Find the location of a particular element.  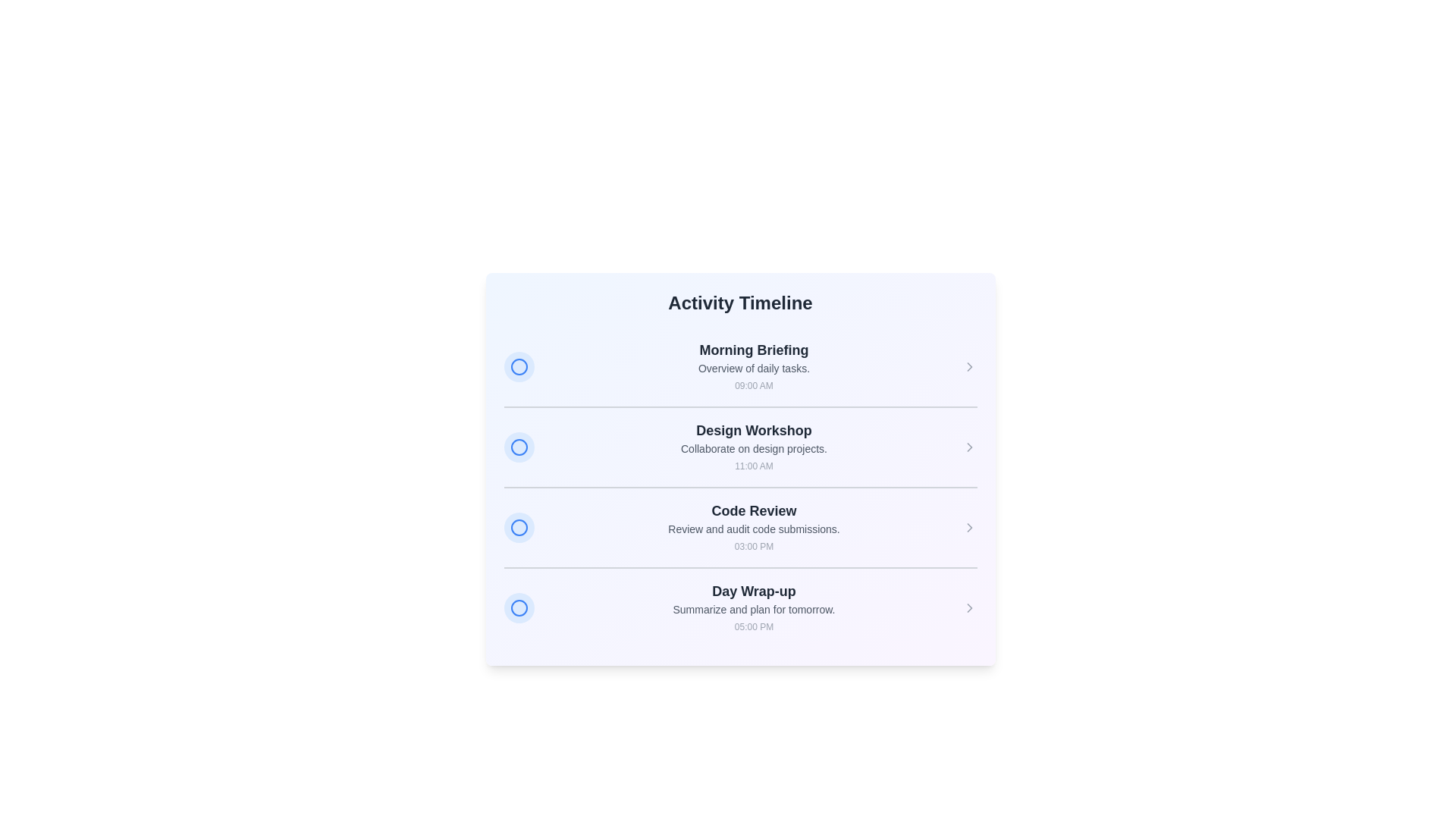

the SVG circle element with a blue stroke, which is part of the 'lucide-circle text-blue-500 w-6 h-6' icon, located in the 'Activity Timeline' list is located at coordinates (519, 607).